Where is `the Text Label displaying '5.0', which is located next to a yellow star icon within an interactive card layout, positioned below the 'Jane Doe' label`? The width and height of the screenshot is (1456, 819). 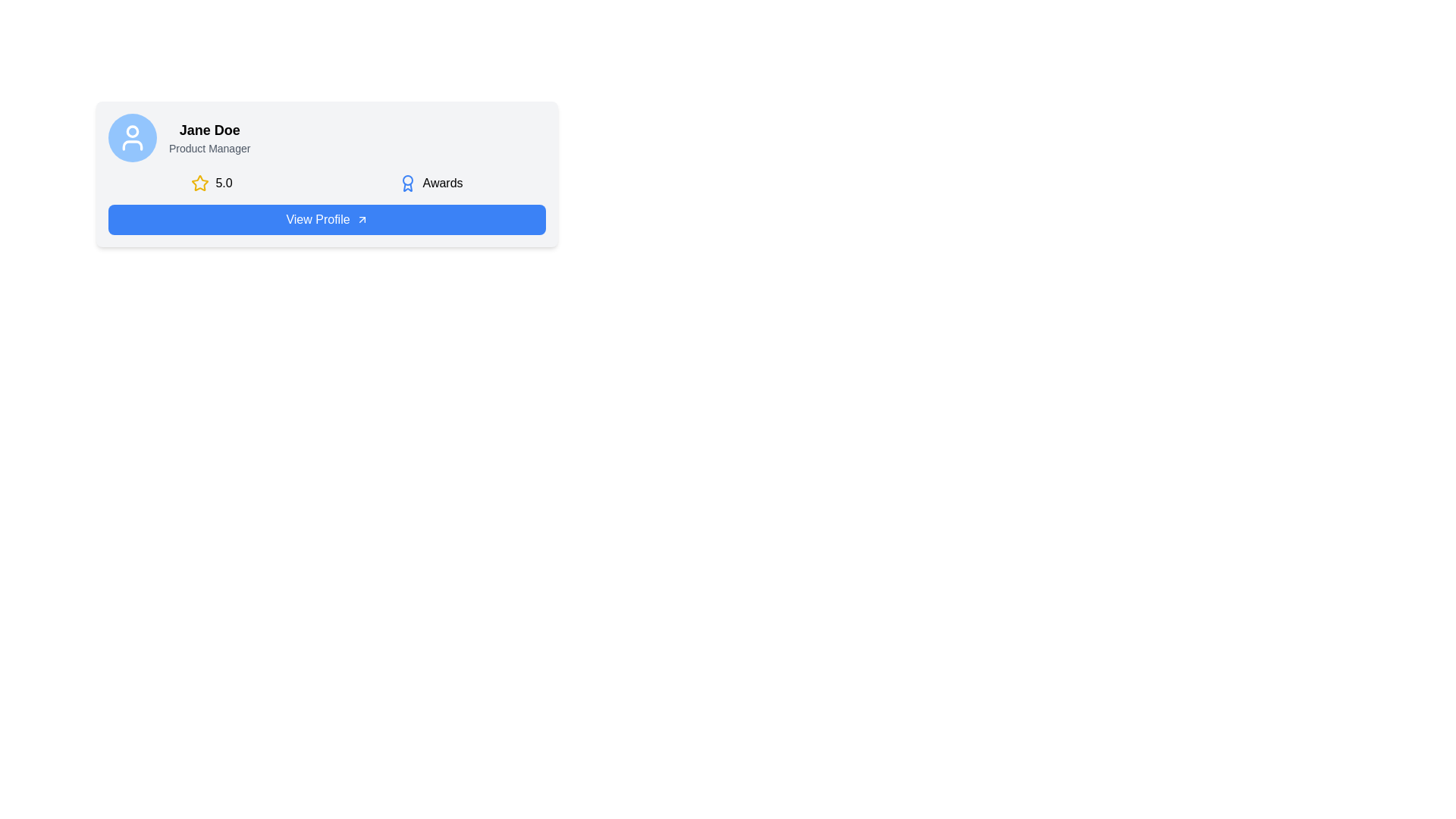 the Text Label displaying '5.0', which is located next to a yellow star icon within an interactive card layout, positioned below the 'Jane Doe' label is located at coordinates (223, 183).